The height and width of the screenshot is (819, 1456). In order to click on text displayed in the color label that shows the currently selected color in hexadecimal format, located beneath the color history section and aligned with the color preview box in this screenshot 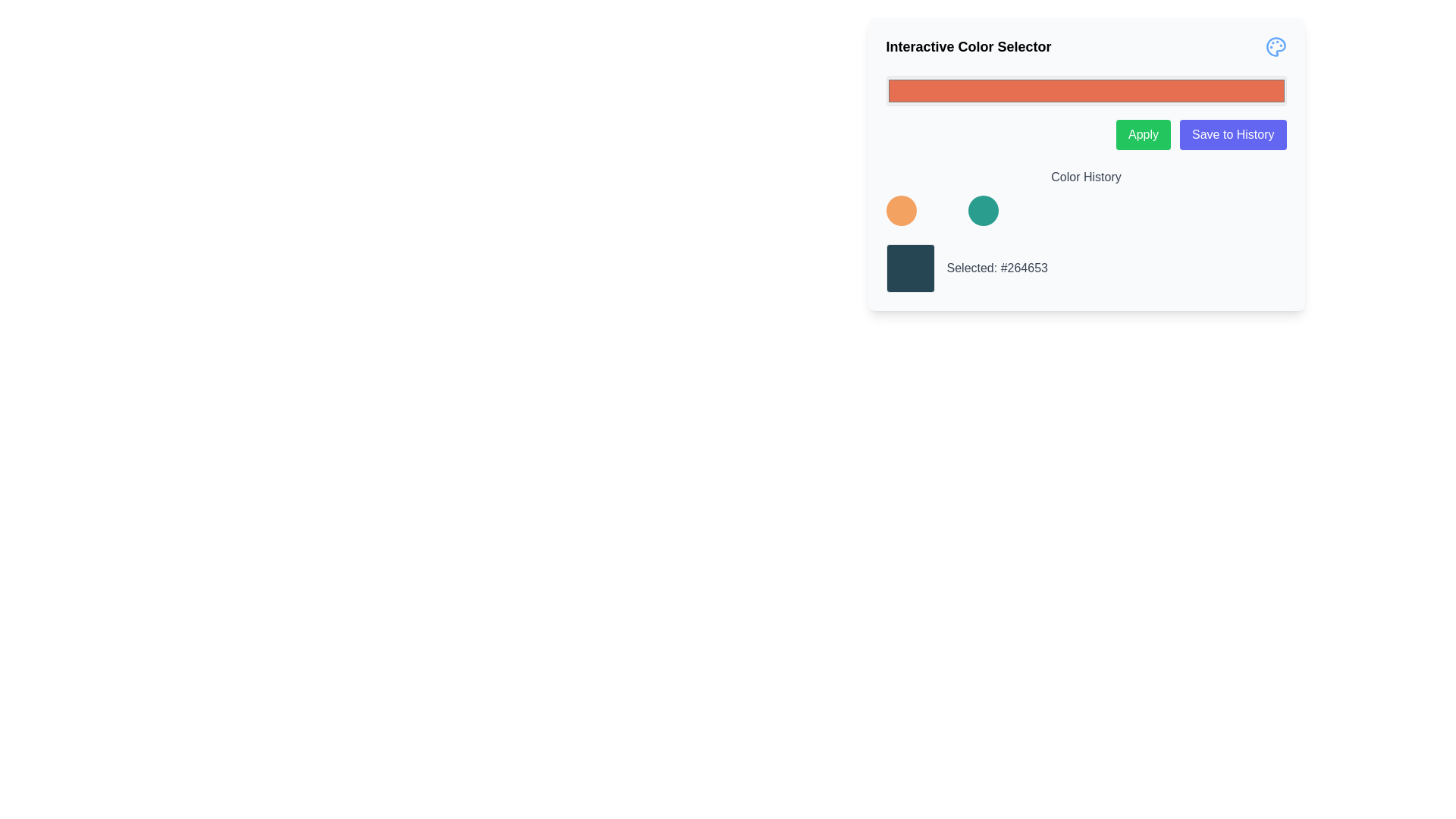, I will do `click(997, 268)`.